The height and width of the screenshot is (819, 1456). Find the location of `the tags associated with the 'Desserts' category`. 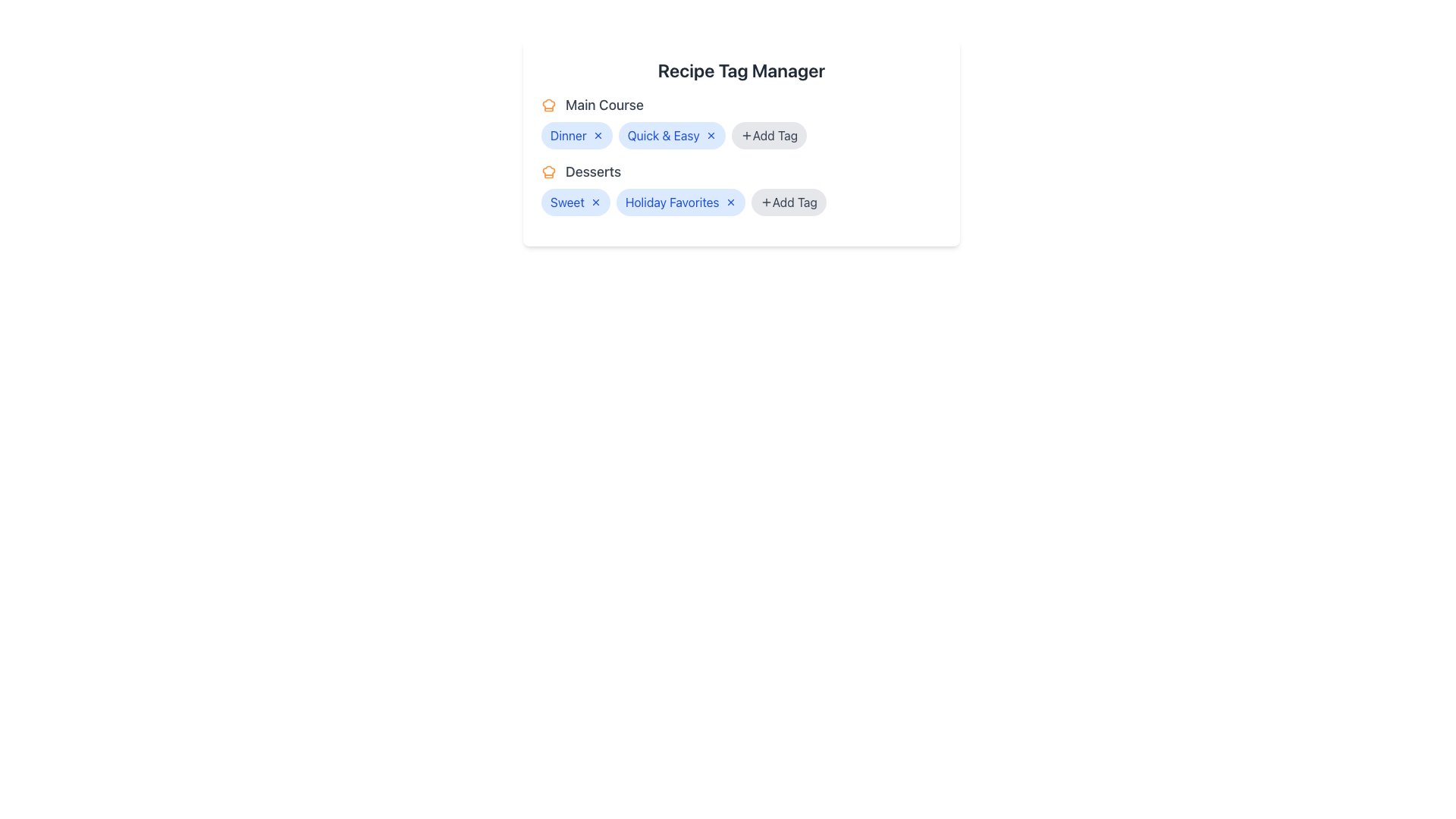

the tags associated with the 'Desserts' category is located at coordinates (742, 201).